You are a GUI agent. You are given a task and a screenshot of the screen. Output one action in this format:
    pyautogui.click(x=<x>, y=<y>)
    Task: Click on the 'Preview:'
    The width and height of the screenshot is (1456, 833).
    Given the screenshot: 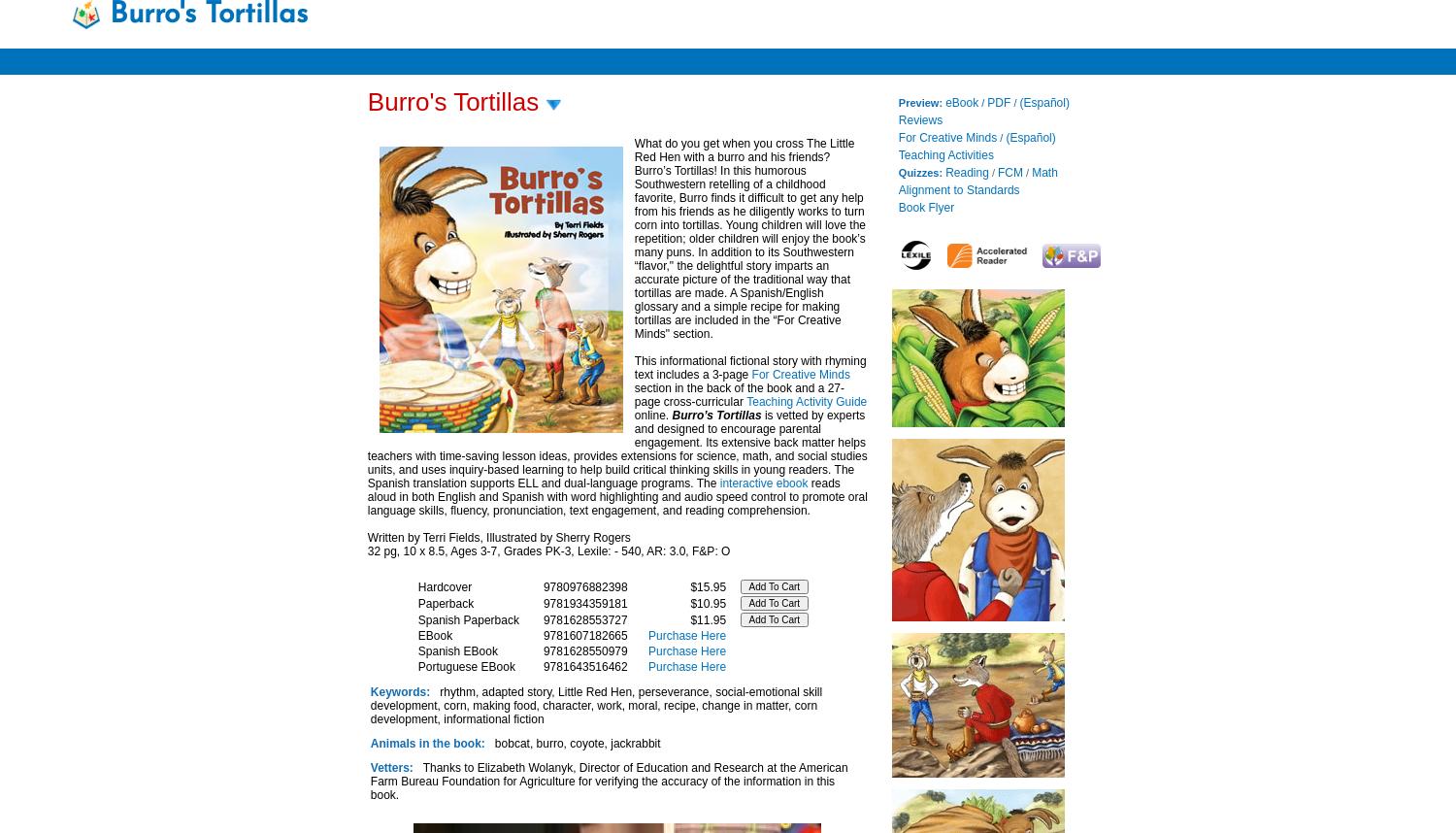 What is the action you would take?
    pyautogui.click(x=919, y=102)
    